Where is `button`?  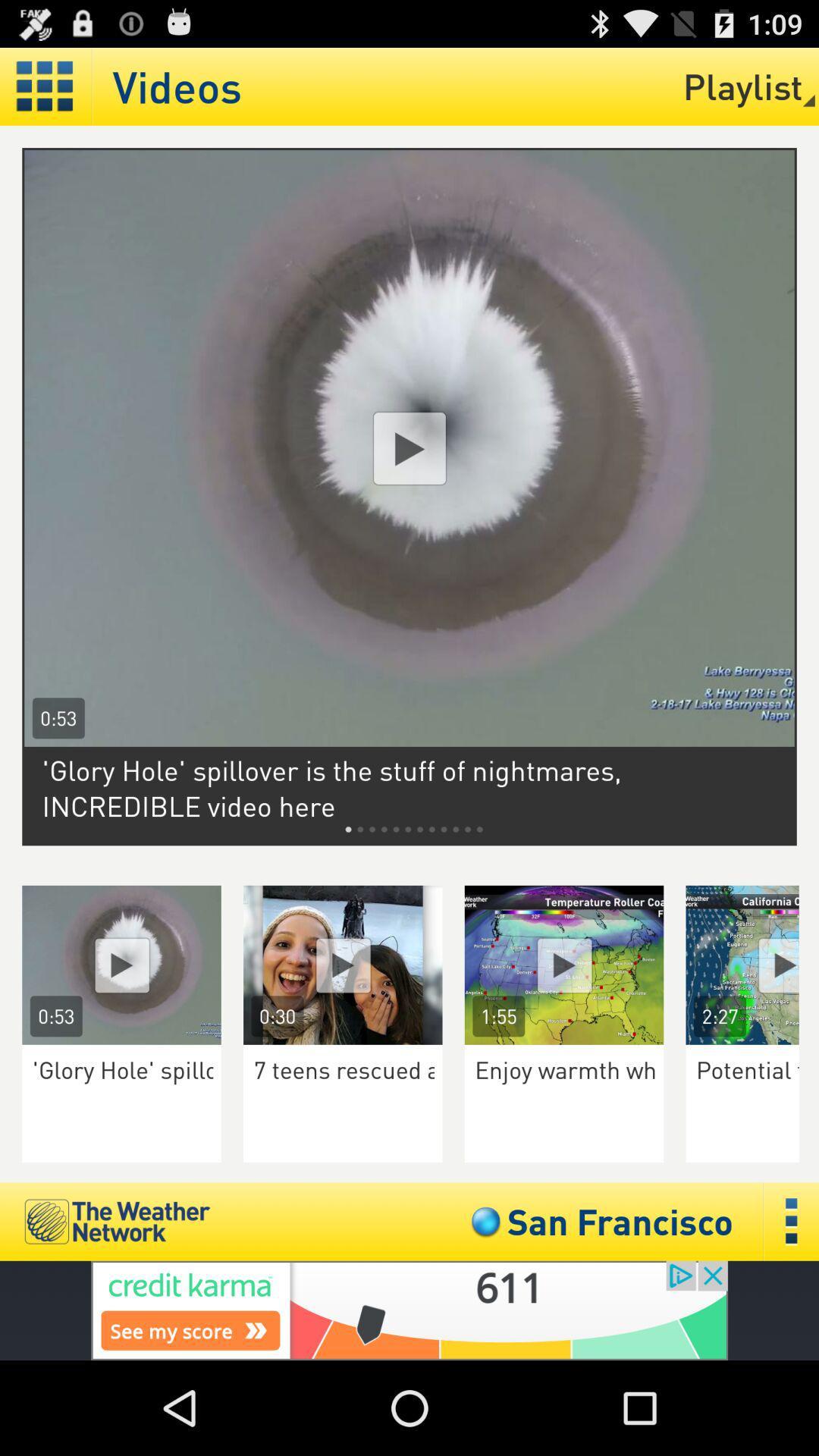
button is located at coordinates (752, 964).